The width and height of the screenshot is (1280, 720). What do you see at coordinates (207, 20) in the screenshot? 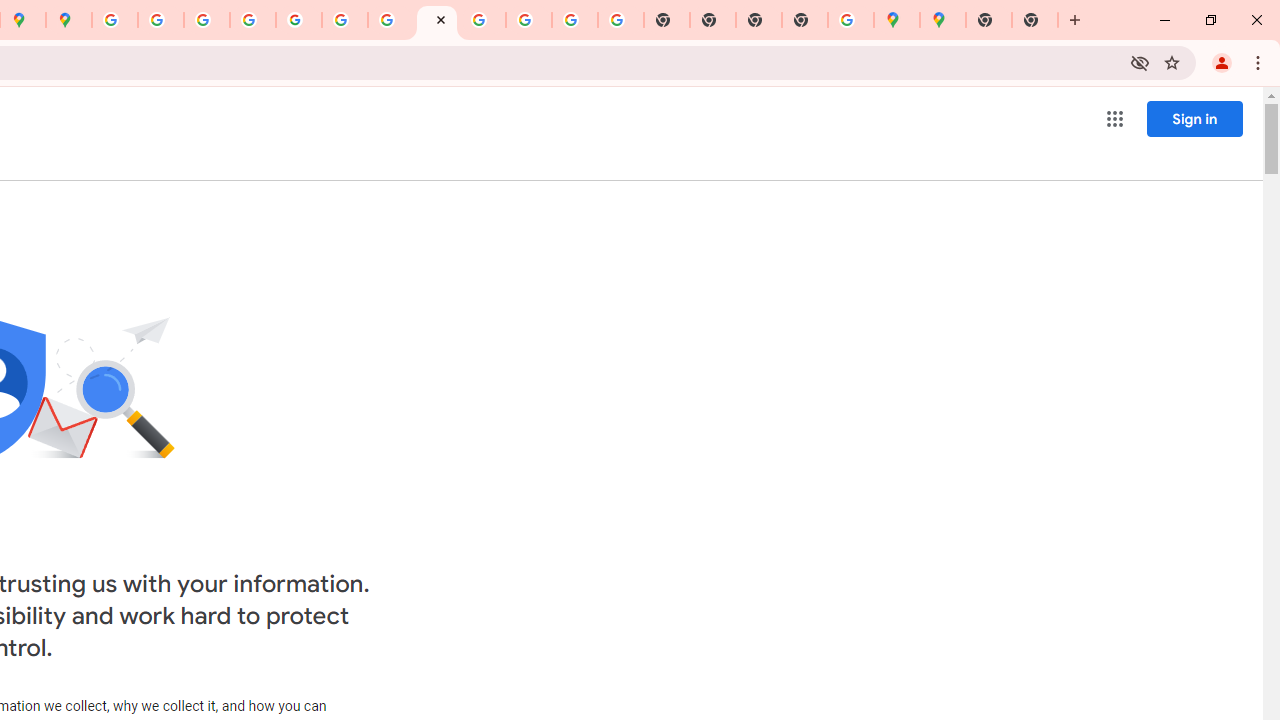
I see `'Privacy Help Center - Policies Help'` at bounding box center [207, 20].